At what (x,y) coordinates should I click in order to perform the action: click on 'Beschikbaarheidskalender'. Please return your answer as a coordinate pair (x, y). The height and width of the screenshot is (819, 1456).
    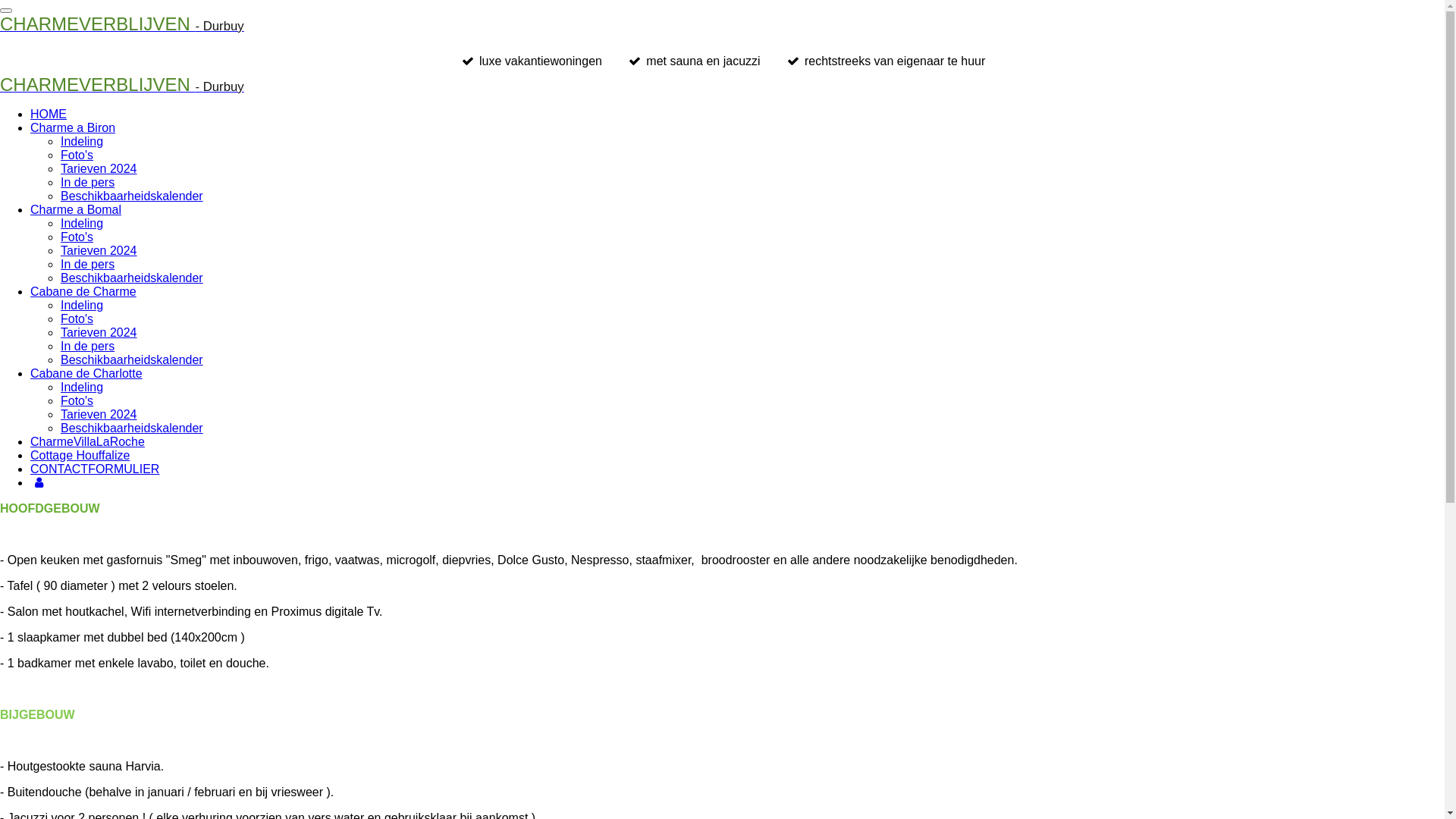
    Looking at the image, I should click on (131, 195).